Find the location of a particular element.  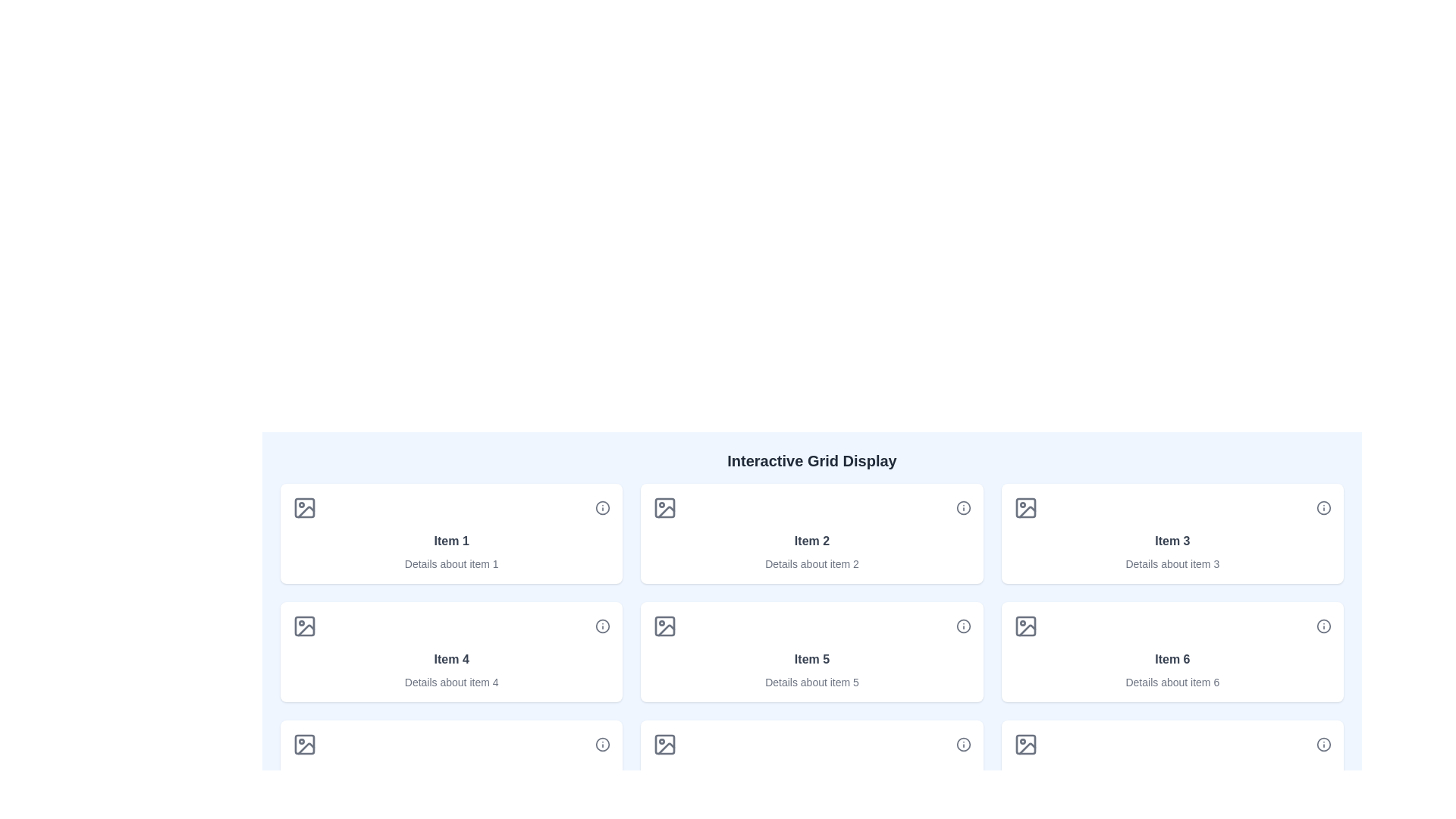

the circular gray icon button located at the top-right corner of the 'Item 5' card is located at coordinates (962, 626).